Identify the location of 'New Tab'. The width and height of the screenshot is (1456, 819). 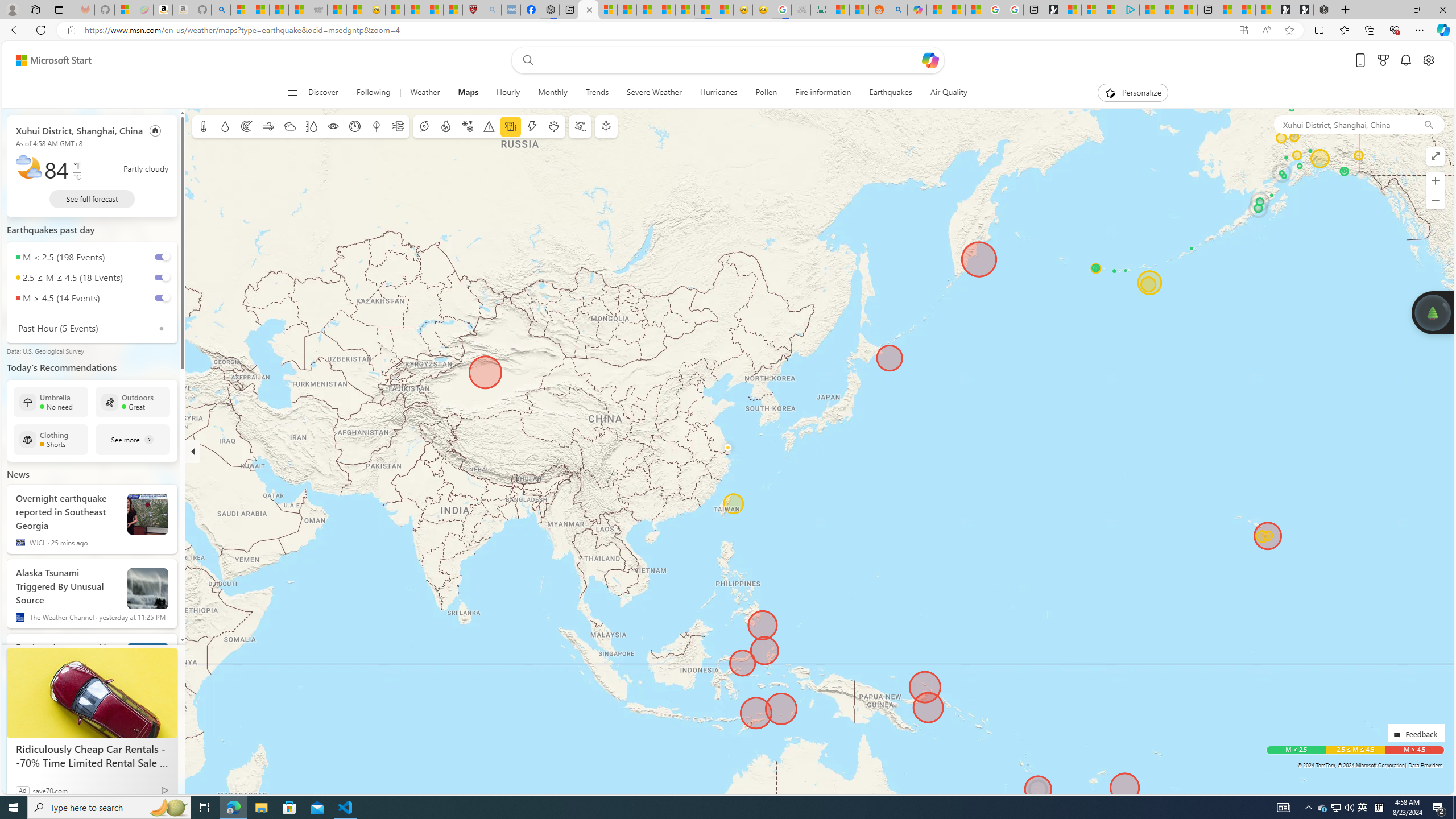
(1345, 9).